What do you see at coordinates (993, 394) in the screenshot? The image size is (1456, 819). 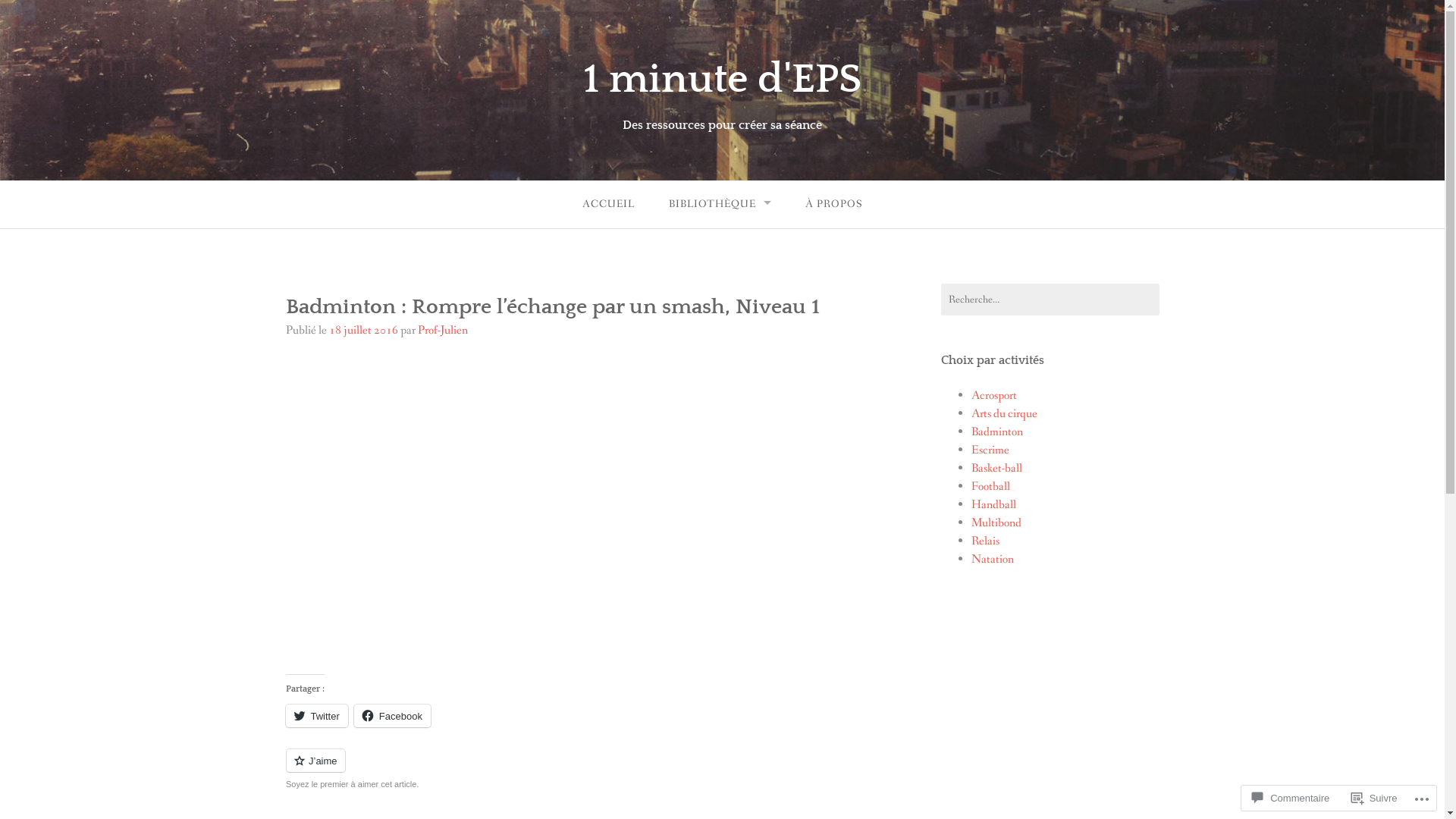 I see `'Acrosport'` at bounding box center [993, 394].